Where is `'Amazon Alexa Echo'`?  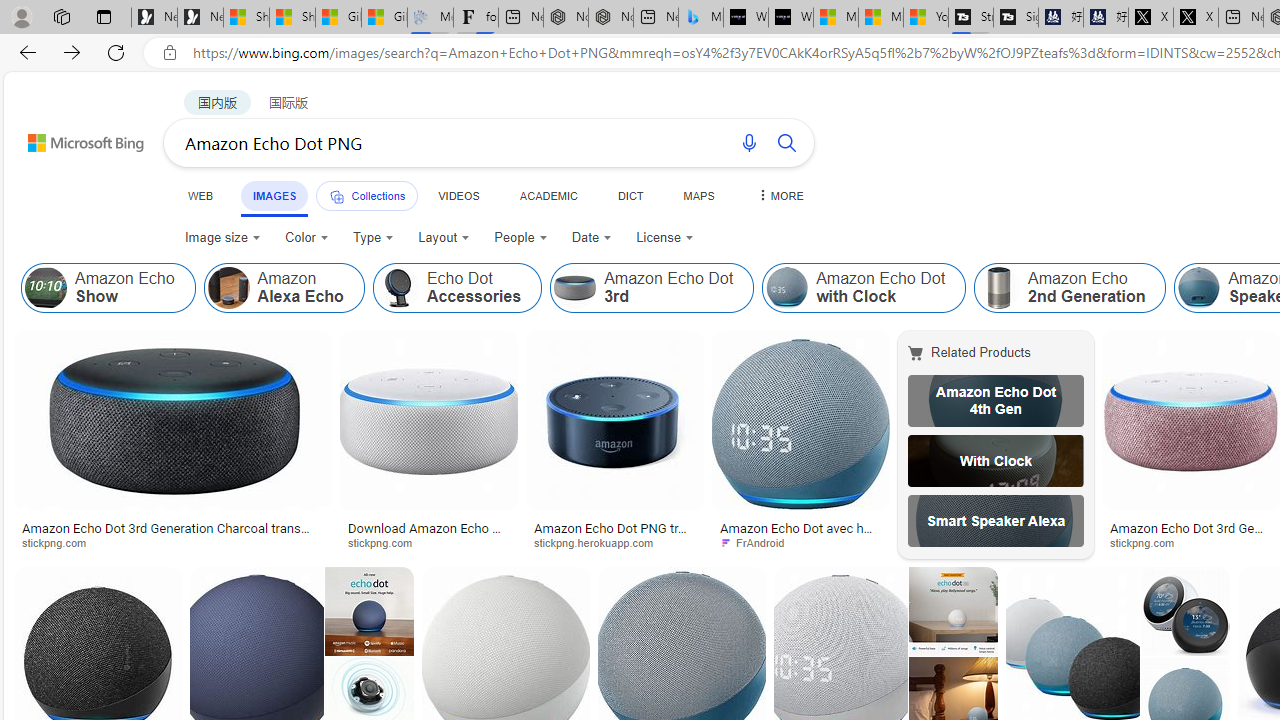
'Amazon Alexa Echo' is located at coordinates (282, 288).